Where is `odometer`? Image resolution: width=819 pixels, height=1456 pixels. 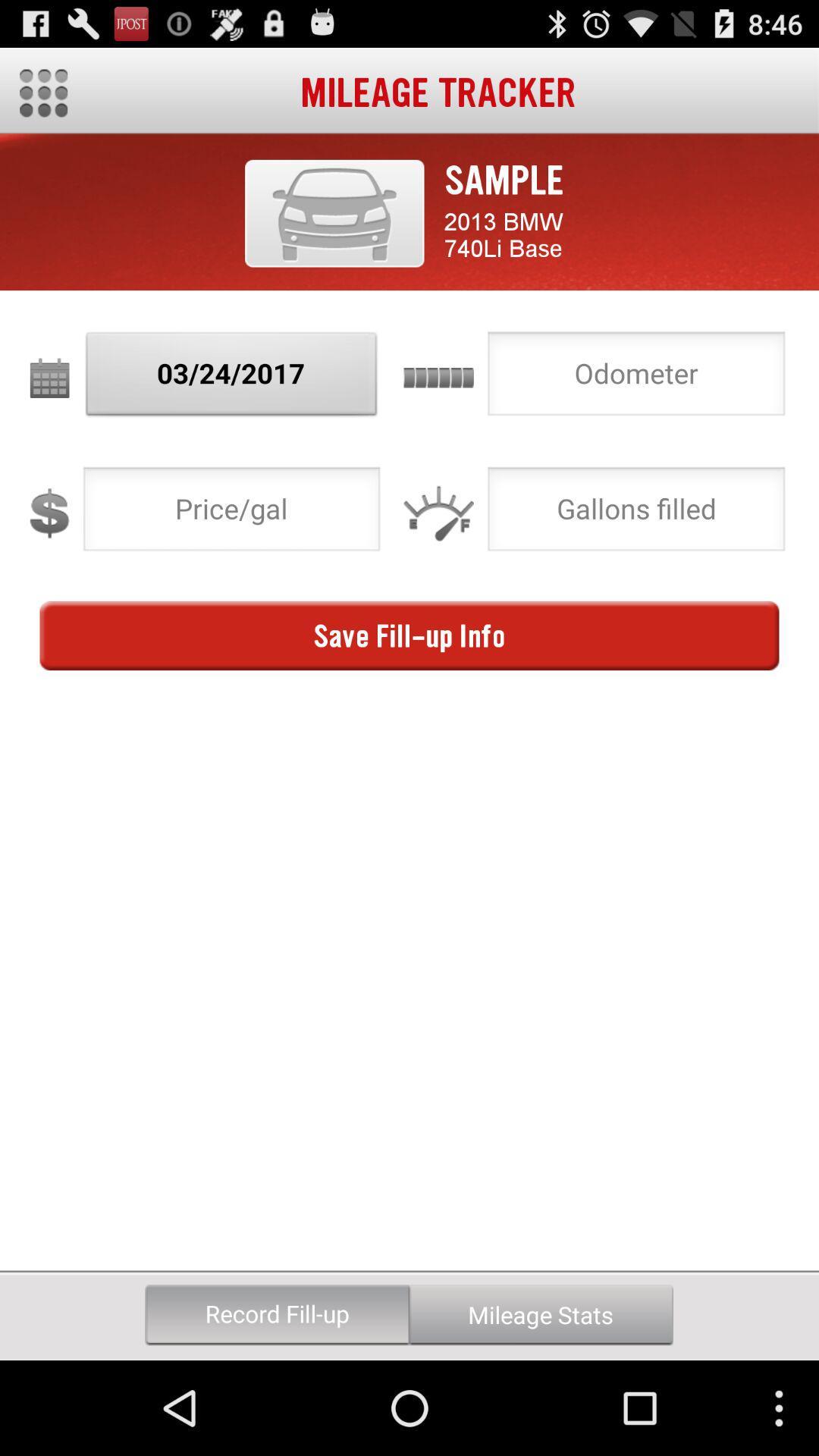 odometer is located at coordinates (636, 378).